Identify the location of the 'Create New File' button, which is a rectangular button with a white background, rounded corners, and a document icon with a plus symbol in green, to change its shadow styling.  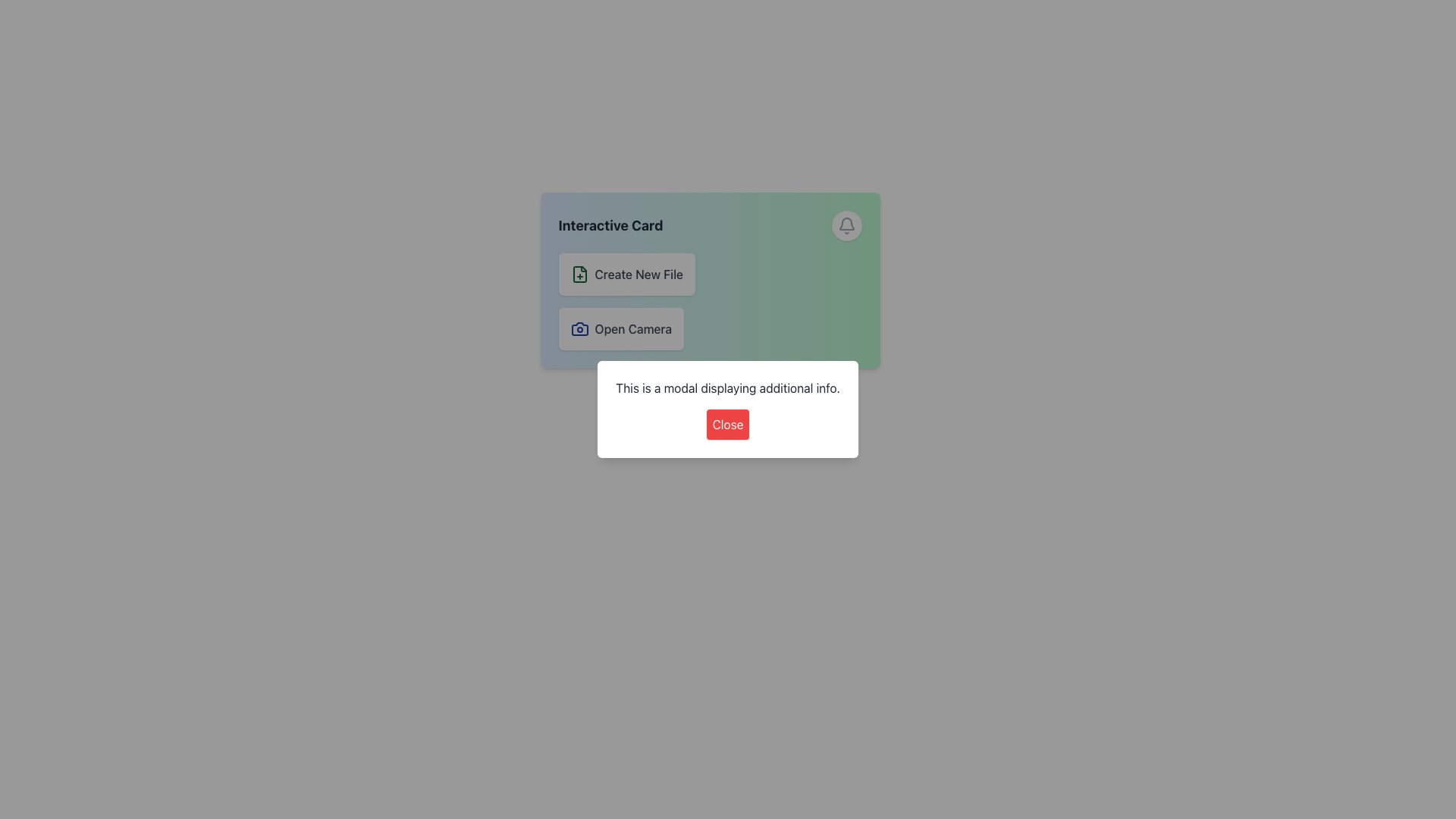
(626, 275).